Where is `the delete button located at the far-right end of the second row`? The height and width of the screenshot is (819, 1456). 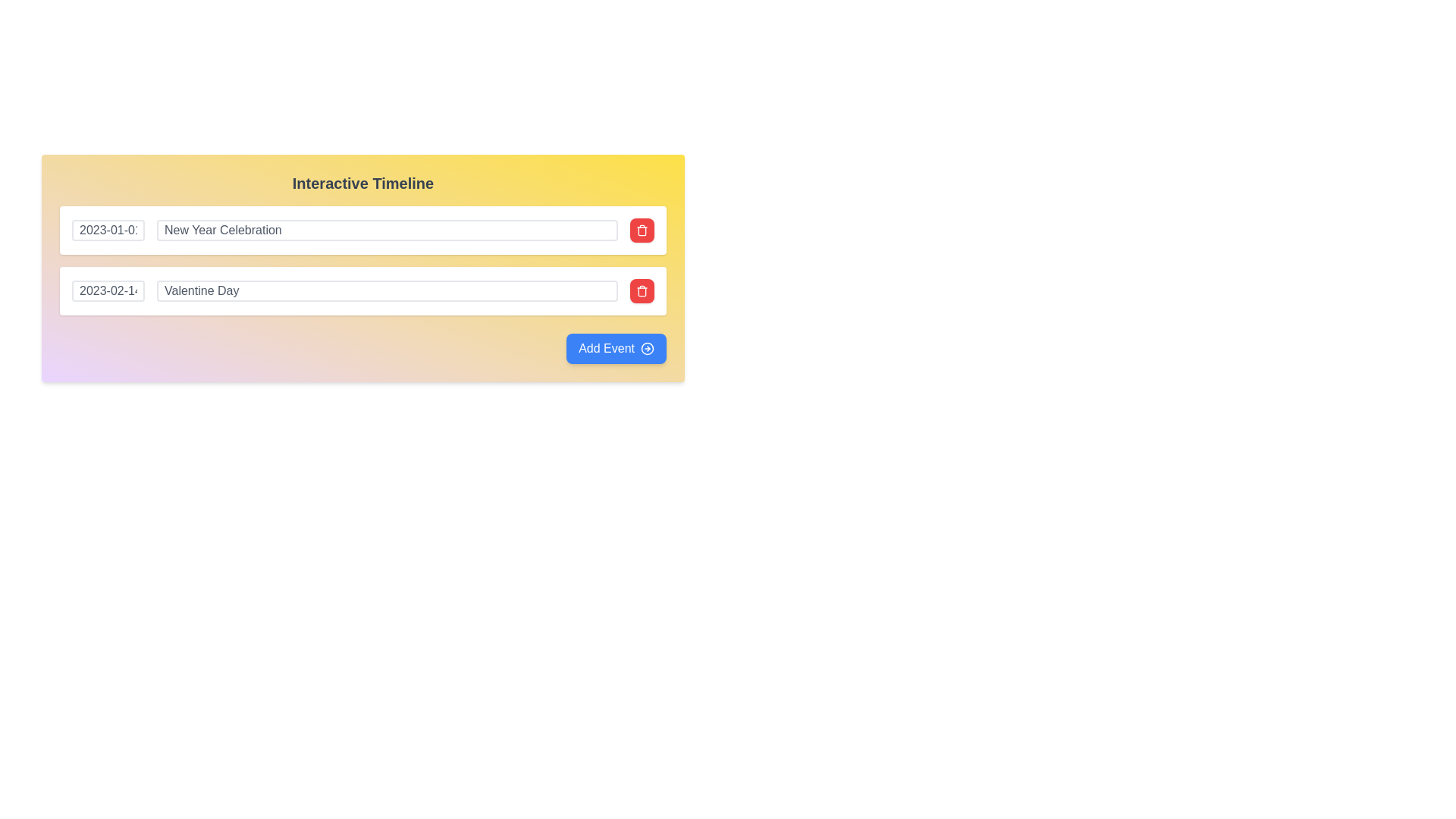
the delete button located at the far-right end of the second row is located at coordinates (642, 291).